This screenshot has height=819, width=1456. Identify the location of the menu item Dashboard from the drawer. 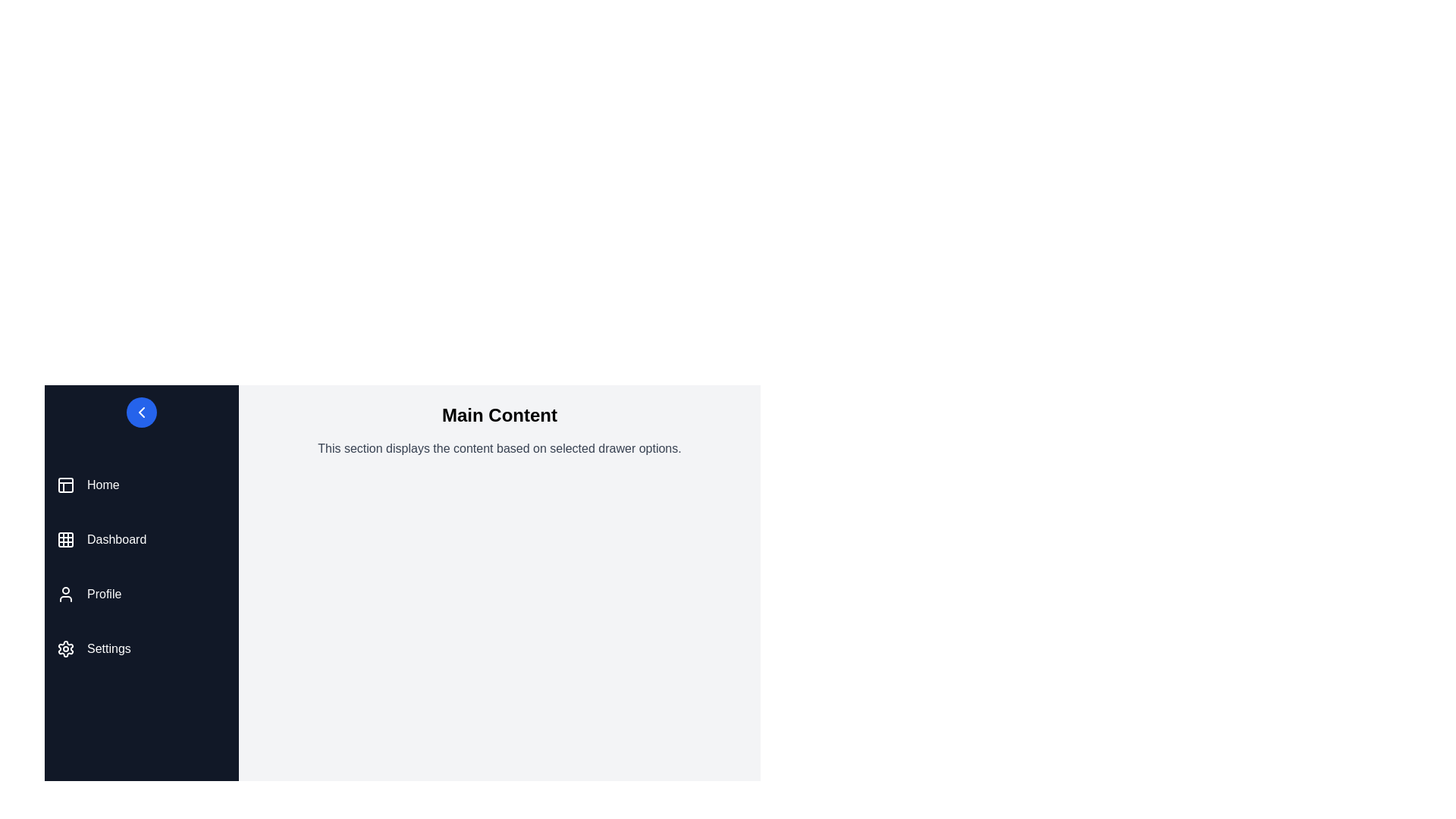
(142, 539).